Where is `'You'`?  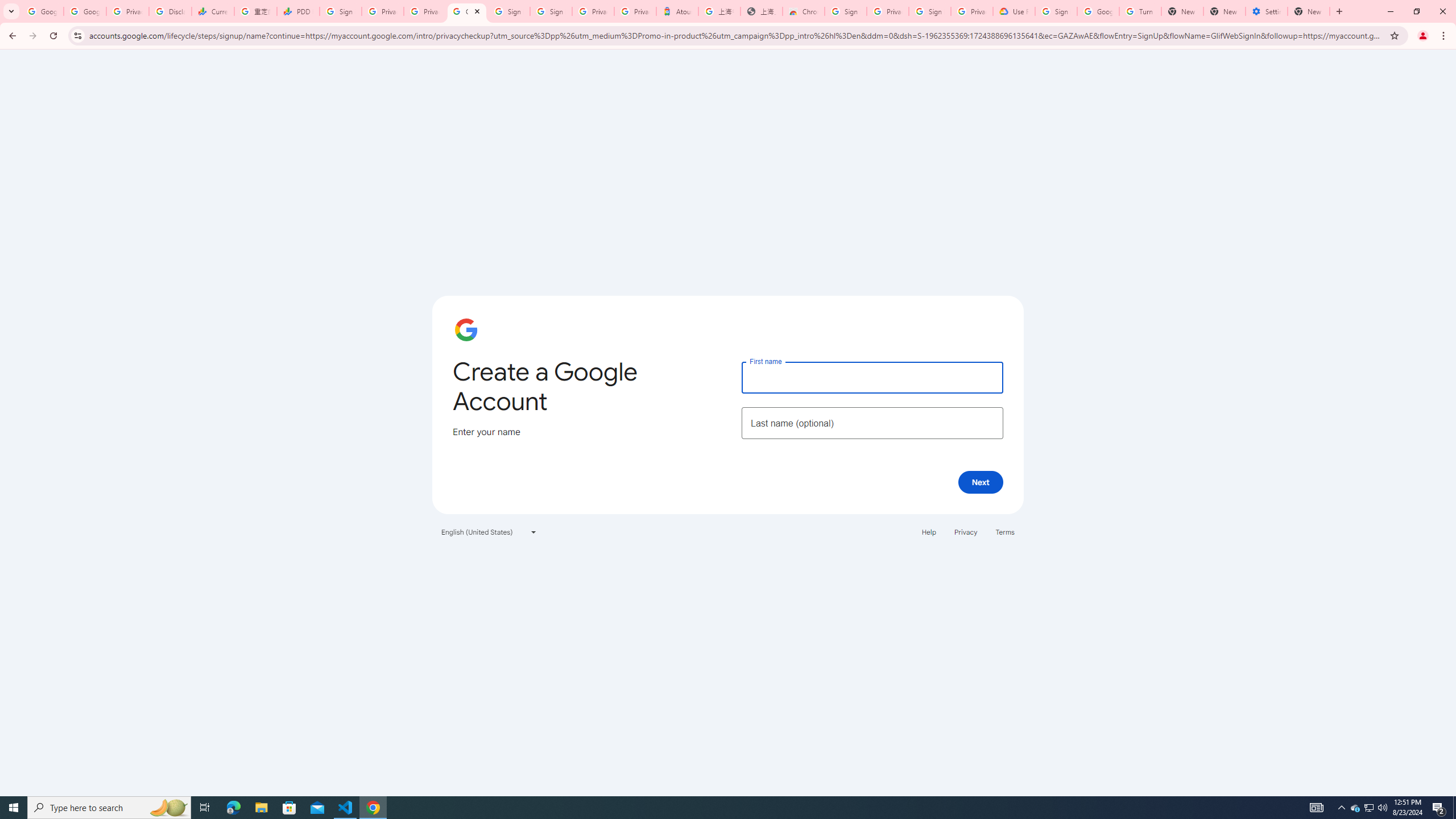
'You' is located at coordinates (1423, 35).